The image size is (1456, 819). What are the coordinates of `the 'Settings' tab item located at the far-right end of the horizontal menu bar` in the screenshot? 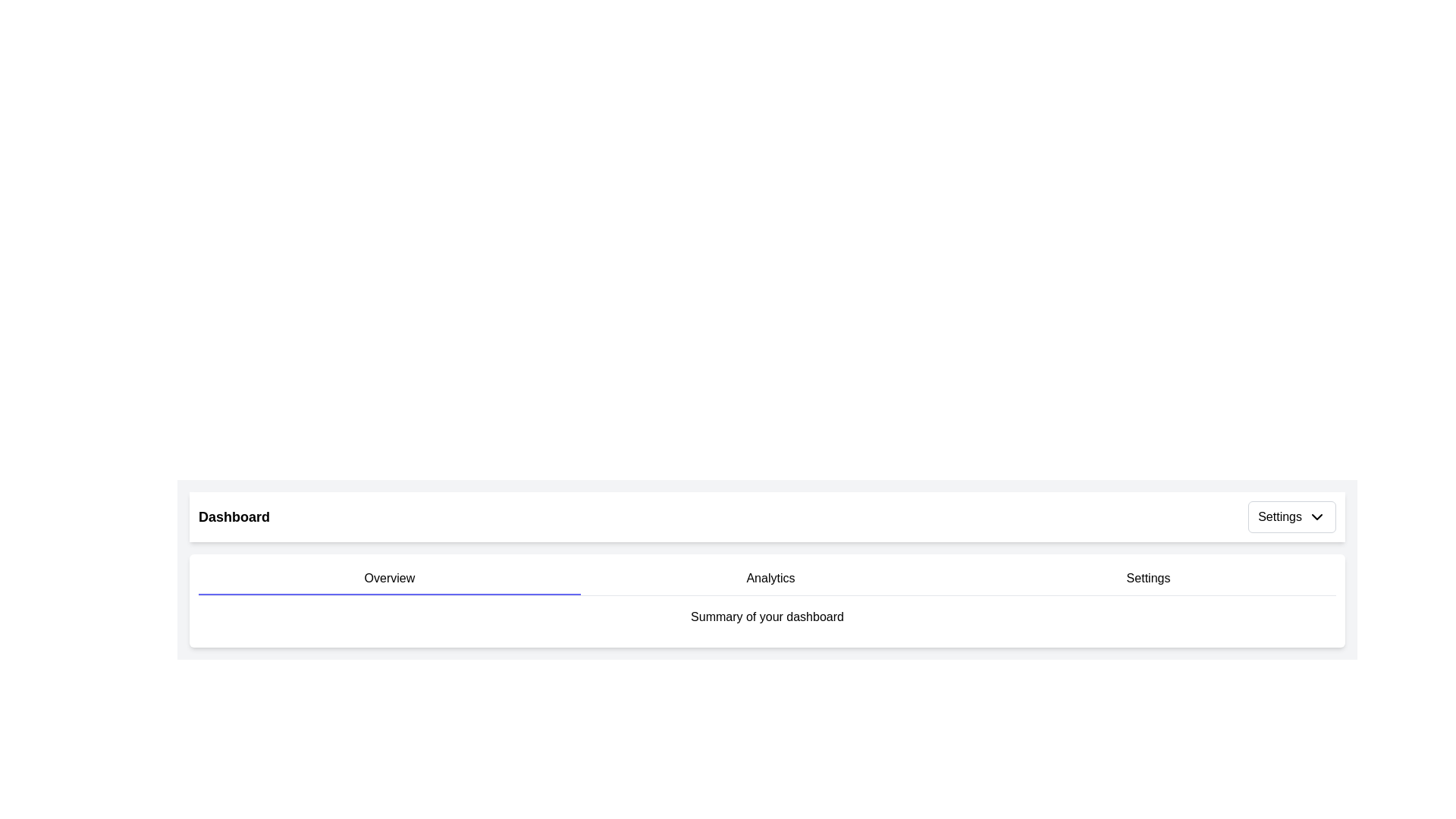 It's located at (1148, 579).